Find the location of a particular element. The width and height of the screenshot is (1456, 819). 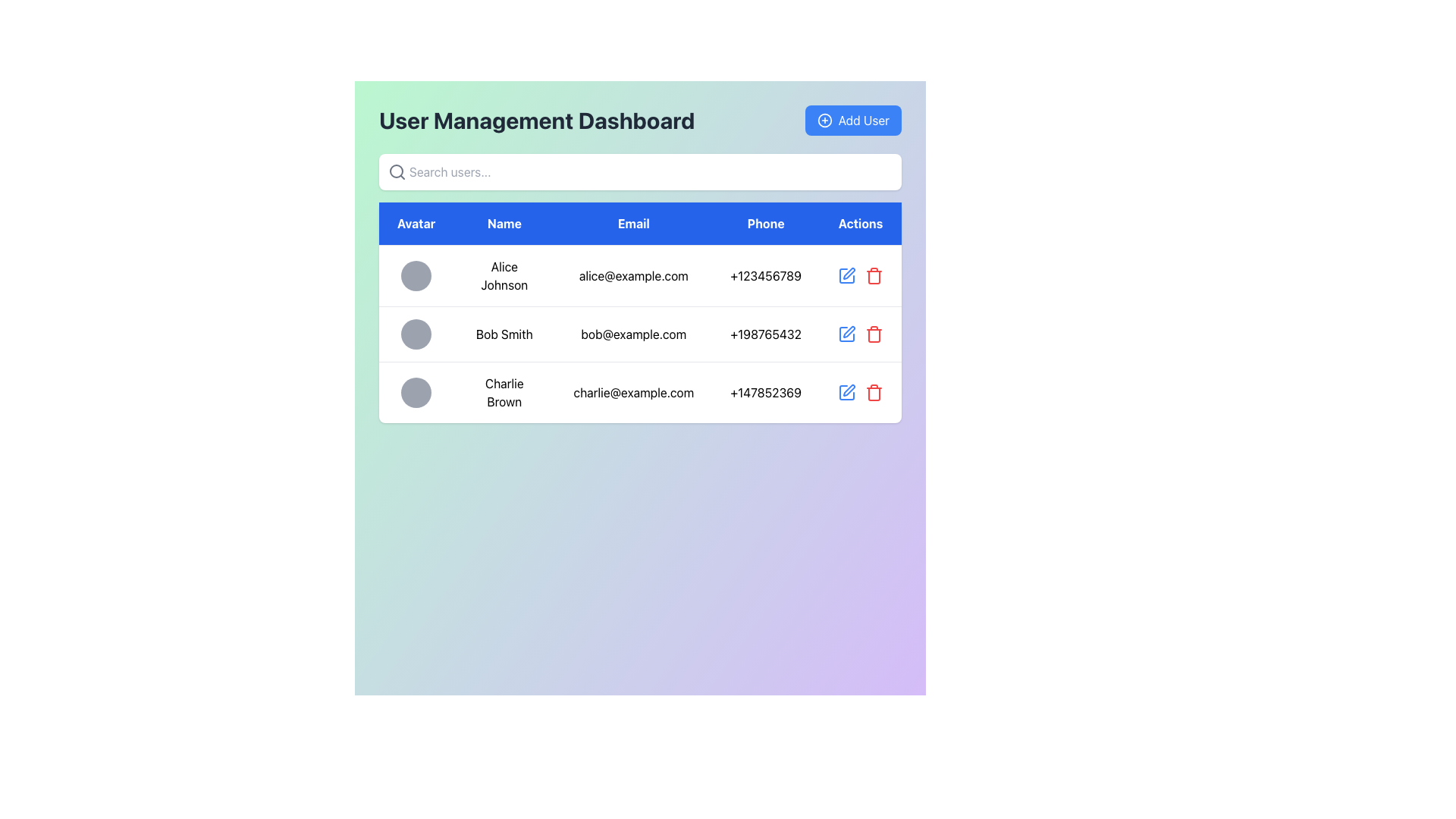

the search icon located at the top-left corner of the search input bar is located at coordinates (397, 171).